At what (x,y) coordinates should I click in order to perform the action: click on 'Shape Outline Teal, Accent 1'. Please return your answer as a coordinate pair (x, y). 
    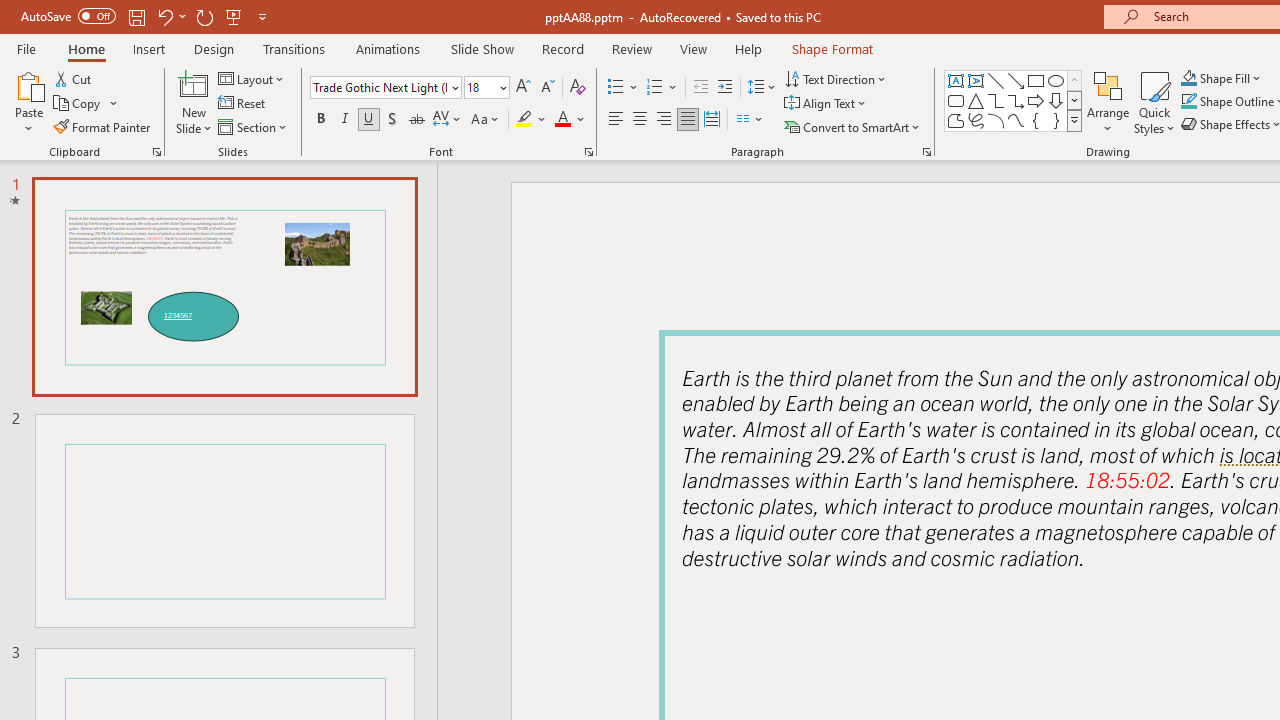
    Looking at the image, I should click on (1189, 101).